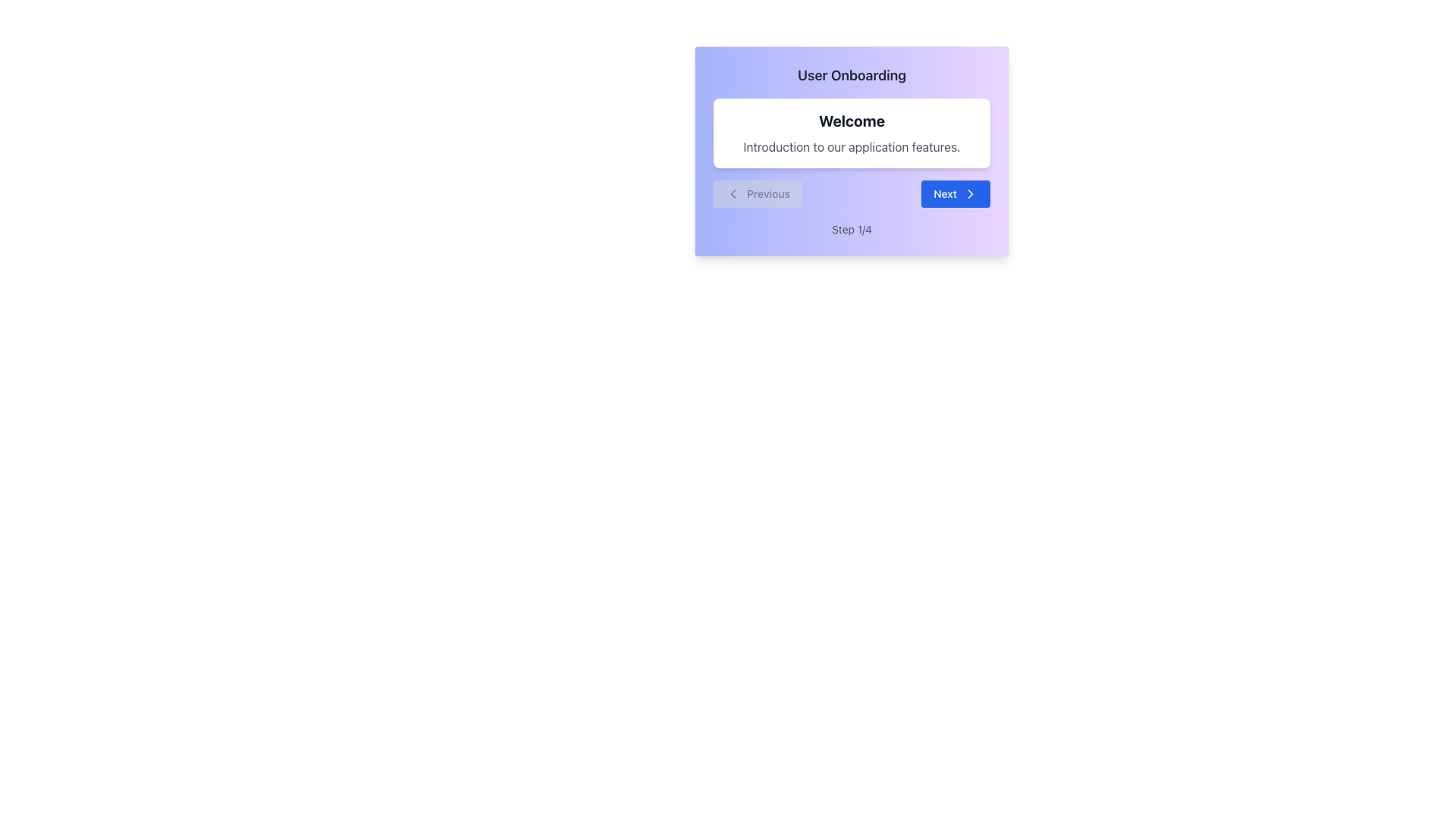 Image resolution: width=1456 pixels, height=819 pixels. What do you see at coordinates (971, 193) in the screenshot?
I see `the right-pointing chevron icon located within the blue 'Next' button at the bottom-right corner of the onboarding modal` at bounding box center [971, 193].